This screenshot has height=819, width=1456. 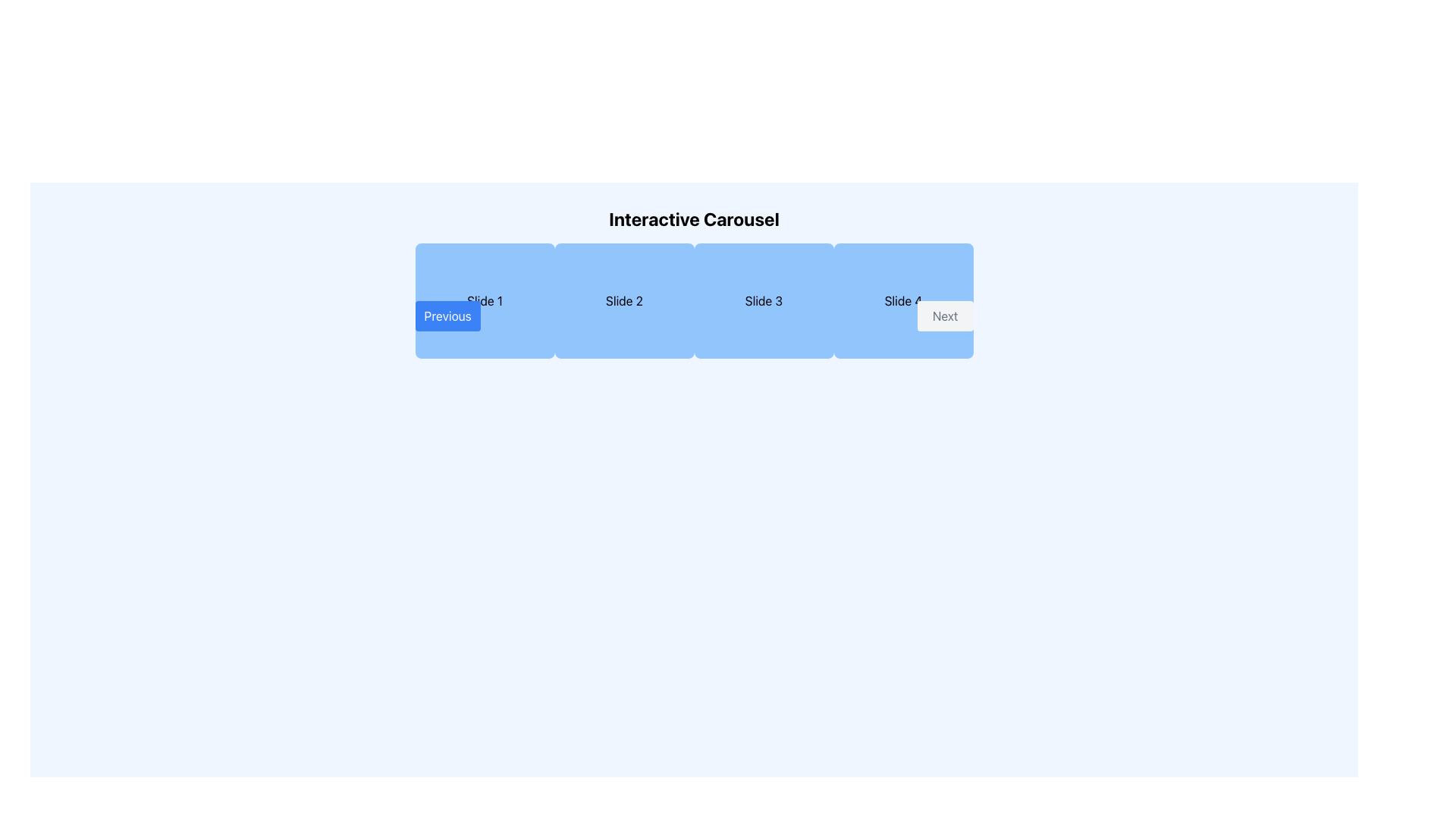 What do you see at coordinates (624, 301) in the screenshot?
I see `the static informational block displaying 'Slide 2', which is the second item in the carousel layout` at bounding box center [624, 301].